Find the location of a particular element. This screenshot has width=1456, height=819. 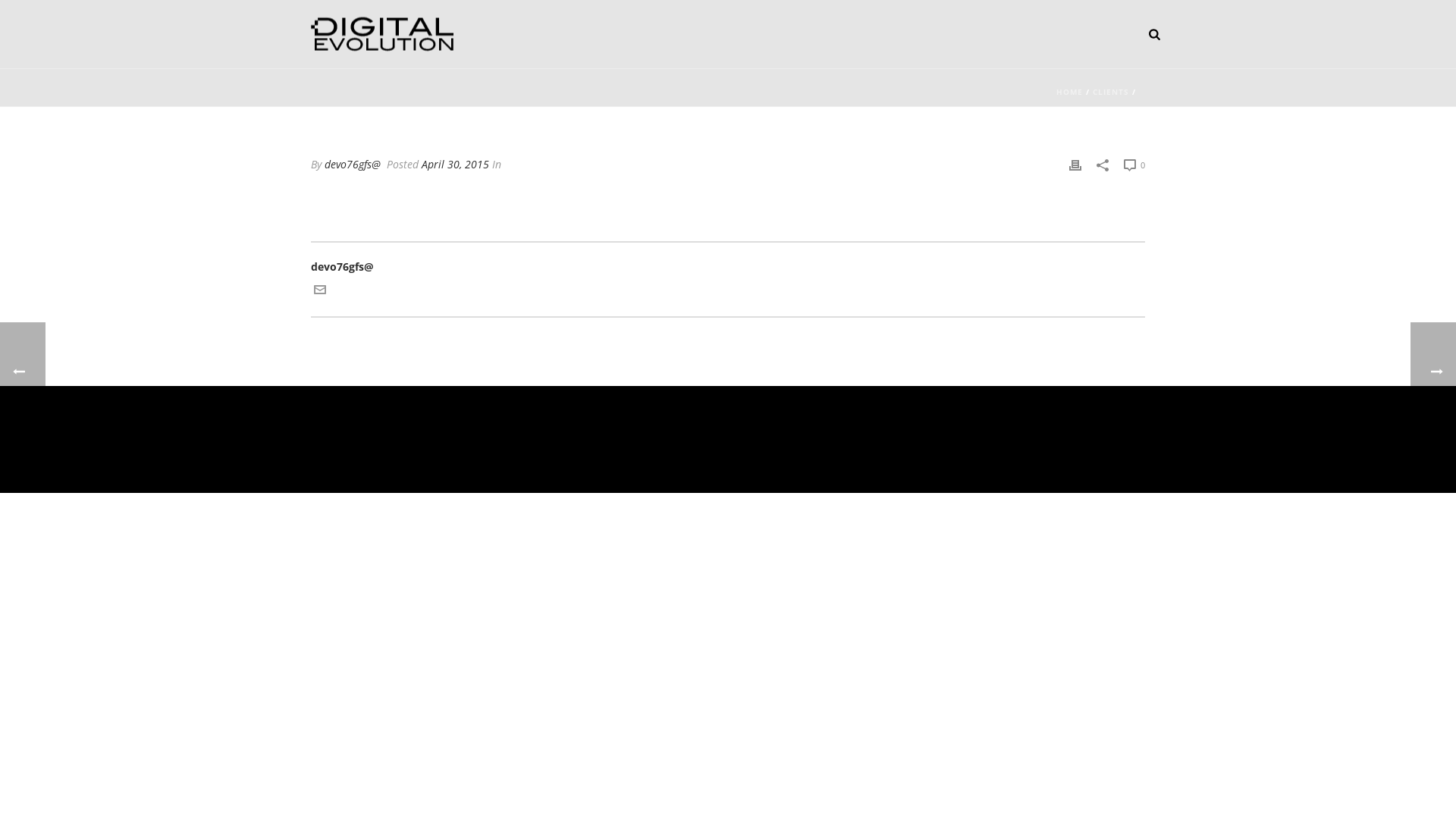

'HOME' is located at coordinates (1055, 91).